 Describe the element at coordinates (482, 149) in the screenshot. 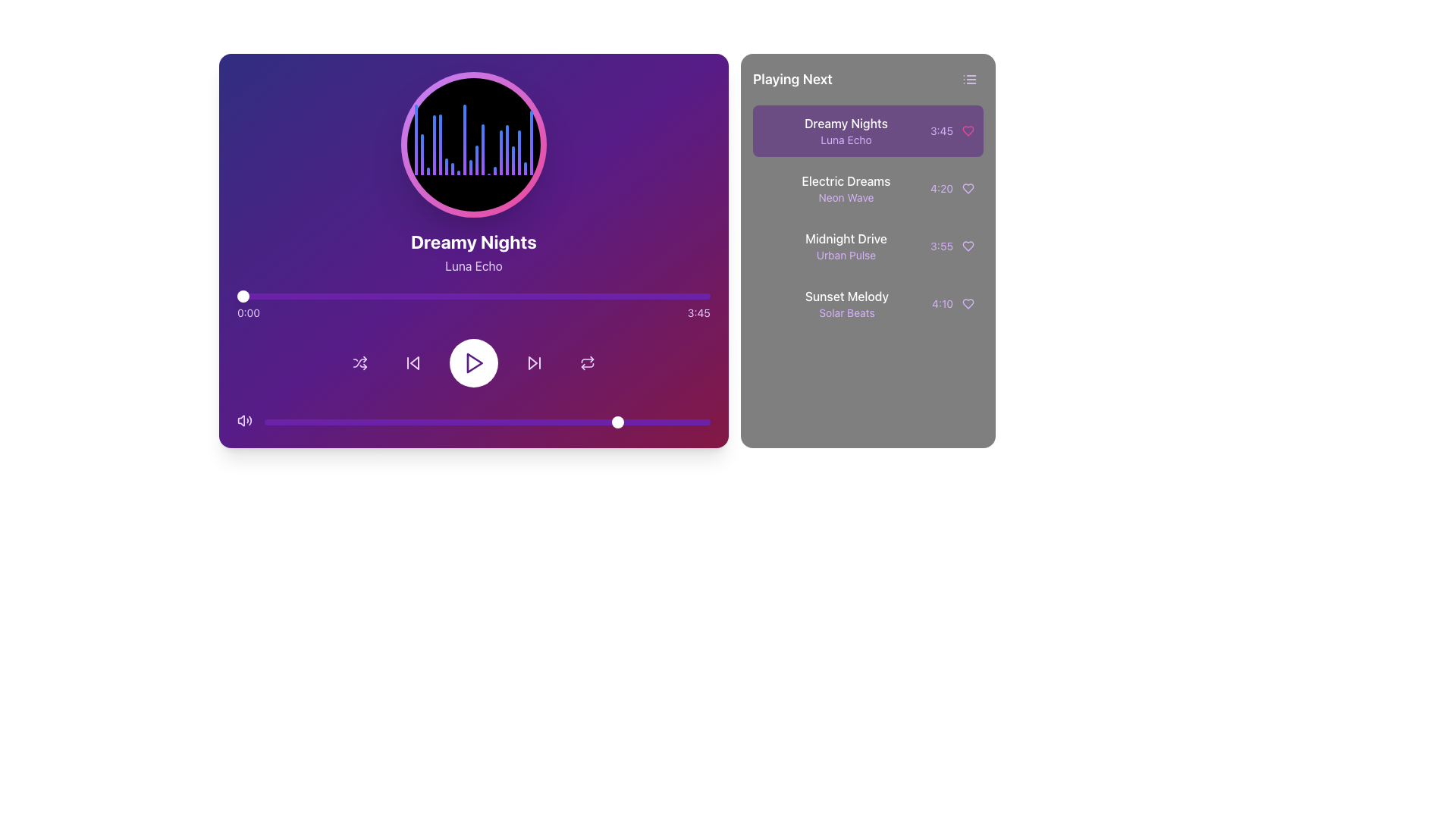

I see `the 13th vertical bar in the audio visualization component, which has a gradient color from purple at the bottom to blue at the top and a rounded top` at that location.